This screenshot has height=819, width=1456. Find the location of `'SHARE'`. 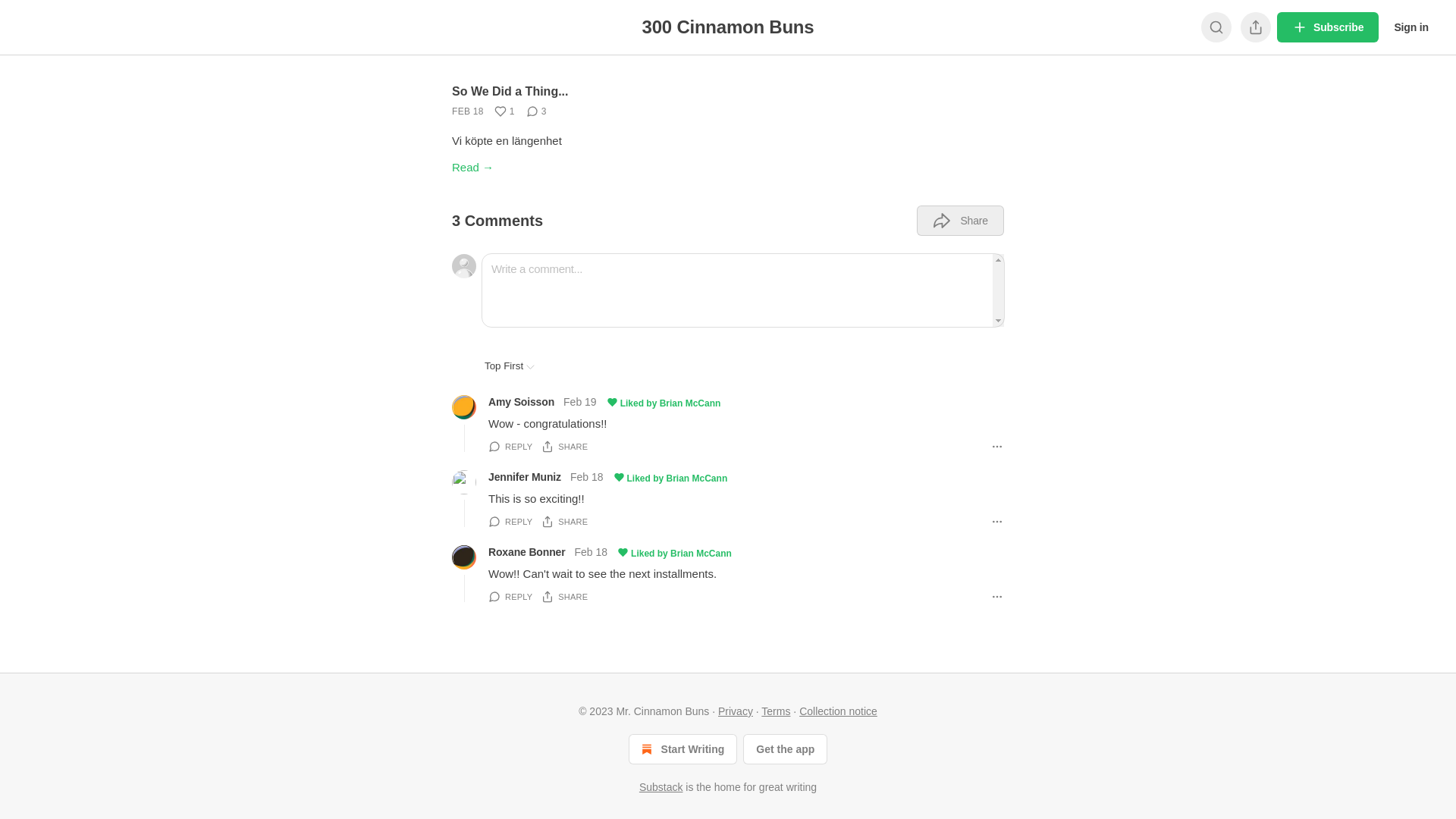

'SHARE' is located at coordinates (563, 520).